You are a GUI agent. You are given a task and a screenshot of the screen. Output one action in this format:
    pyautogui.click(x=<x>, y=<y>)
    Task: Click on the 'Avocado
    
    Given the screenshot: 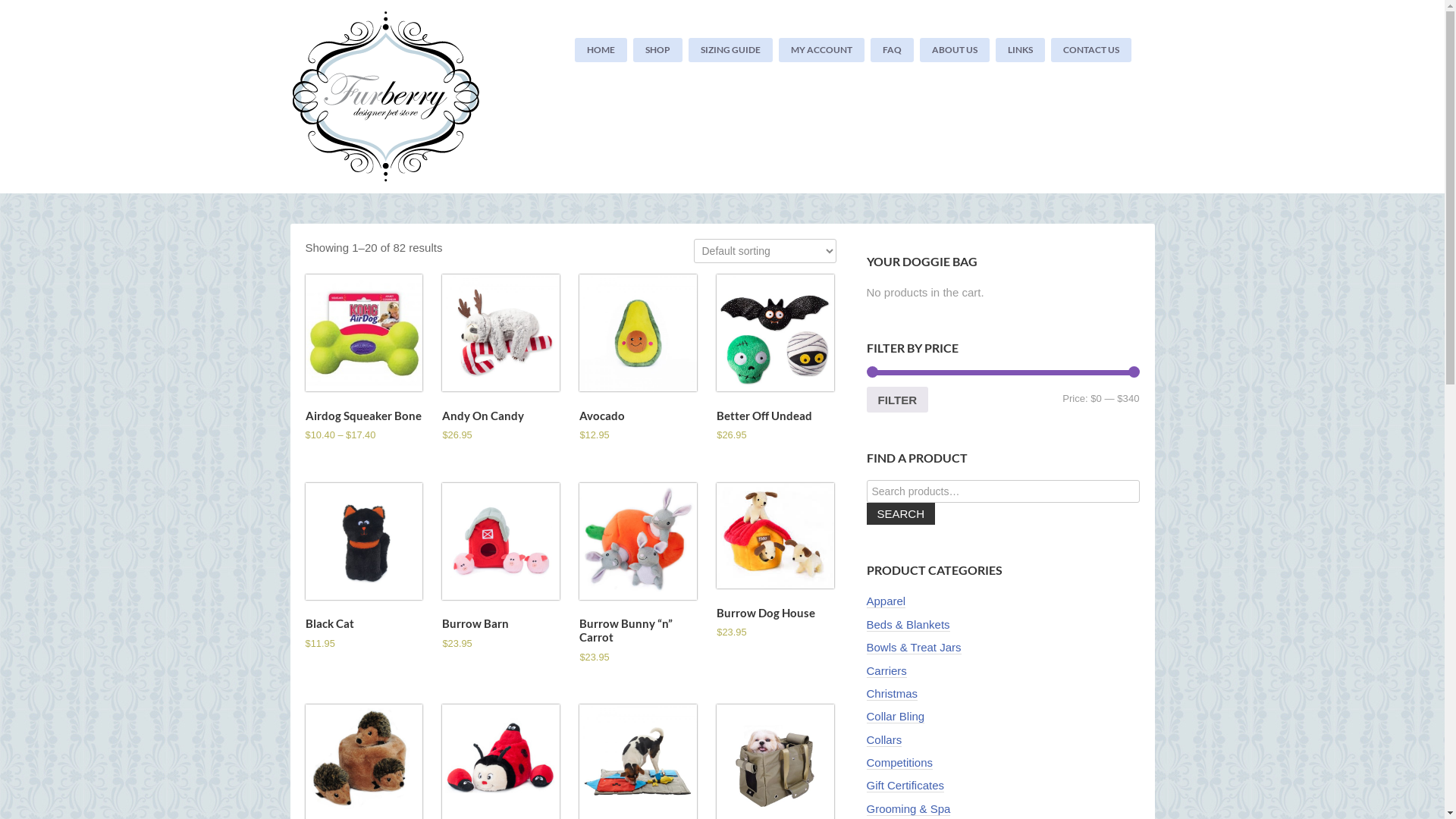 What is the action you would take?
    pyautogui.click(x=637, y=359)
    